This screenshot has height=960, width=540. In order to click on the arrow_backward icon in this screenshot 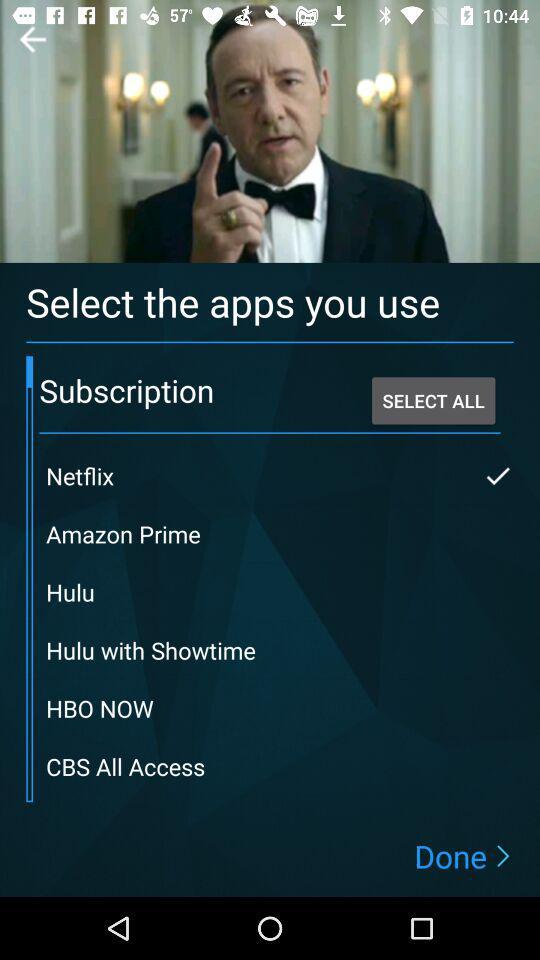, I will do `click(31, 38)`.